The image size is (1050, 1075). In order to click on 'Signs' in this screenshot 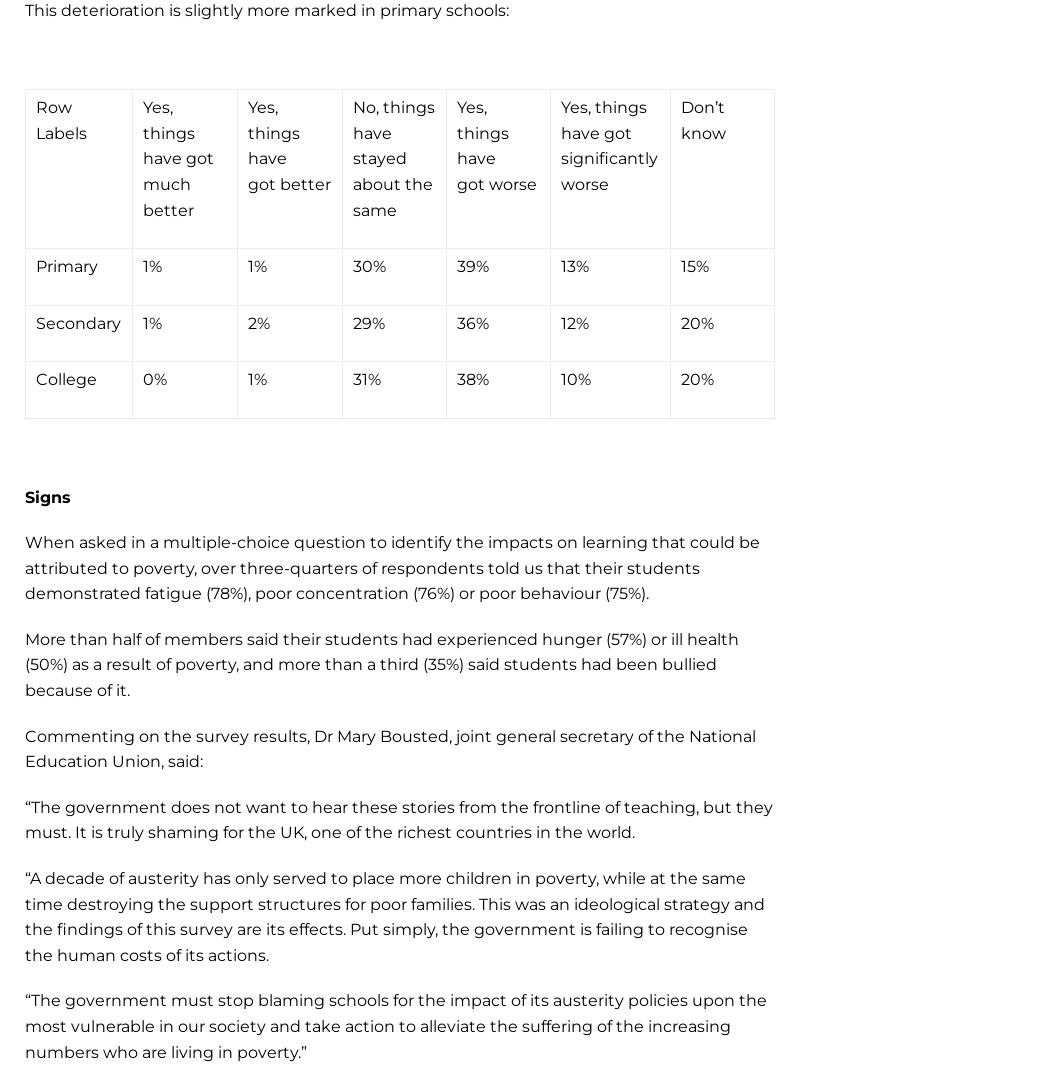, I will do `click(46, 495)`.